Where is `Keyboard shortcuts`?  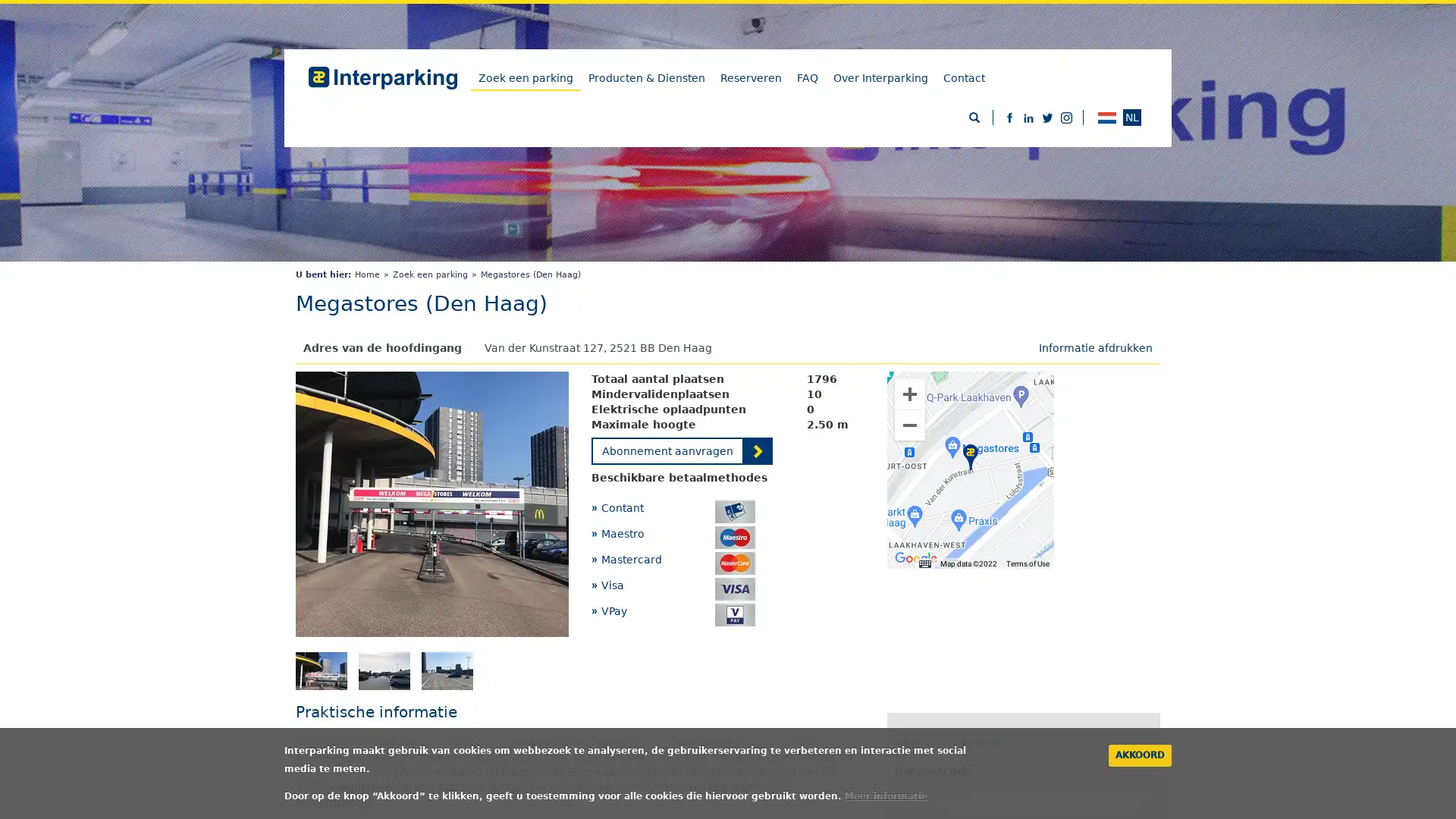
Keyboard shortcuts is located at coordinates (924, 563).